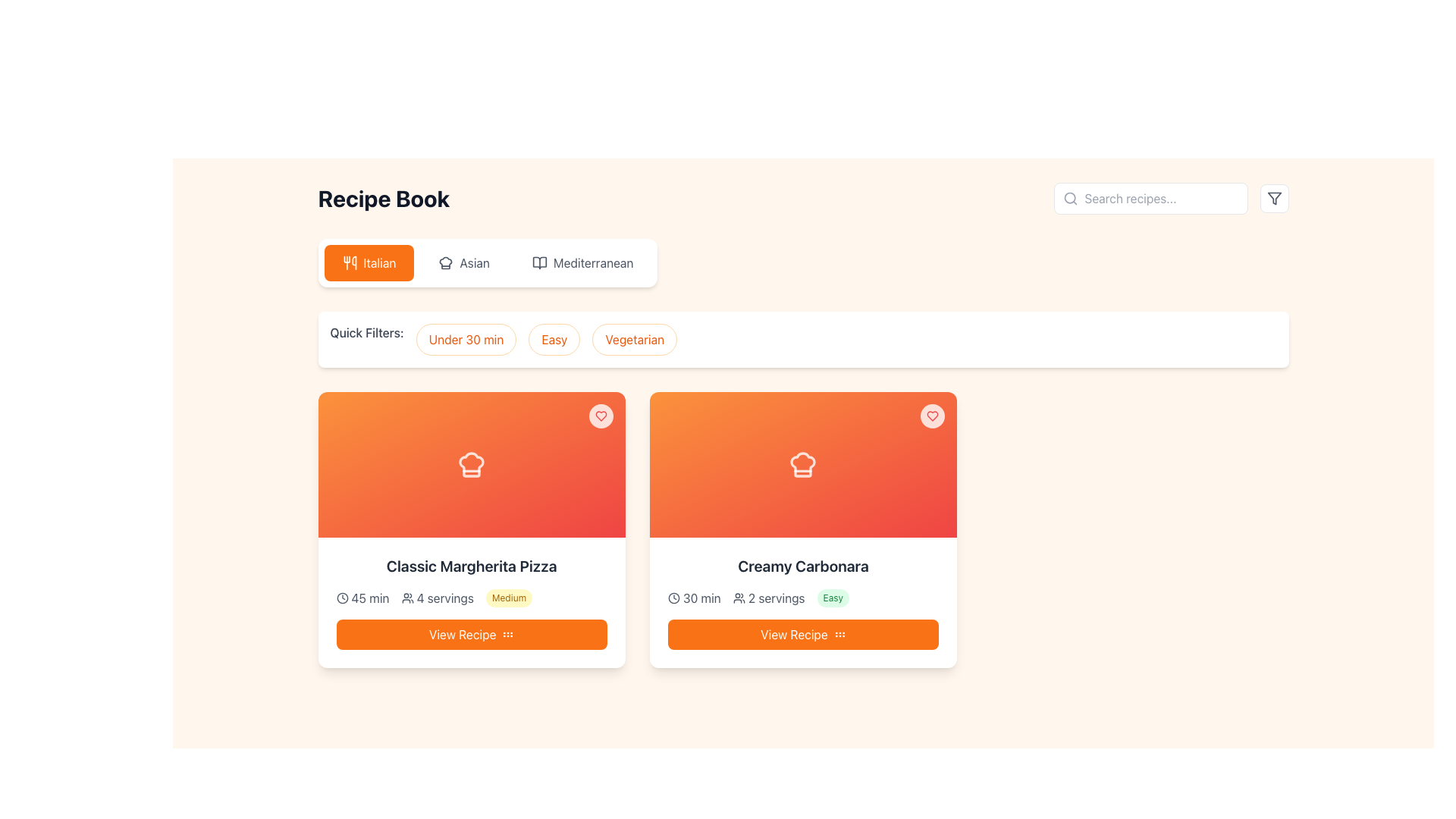 Image resolution: width=1456 pixels, height=819 pixels. What do you see at coordinates (839, 635) in the screenshot?
I see `the decorative icon consisting of six small circles arranged in two horizontal rows, located on the right side of the 'View Recipe' button in the second card (Creamy Carbonara)` at bounding box center [839, 635].